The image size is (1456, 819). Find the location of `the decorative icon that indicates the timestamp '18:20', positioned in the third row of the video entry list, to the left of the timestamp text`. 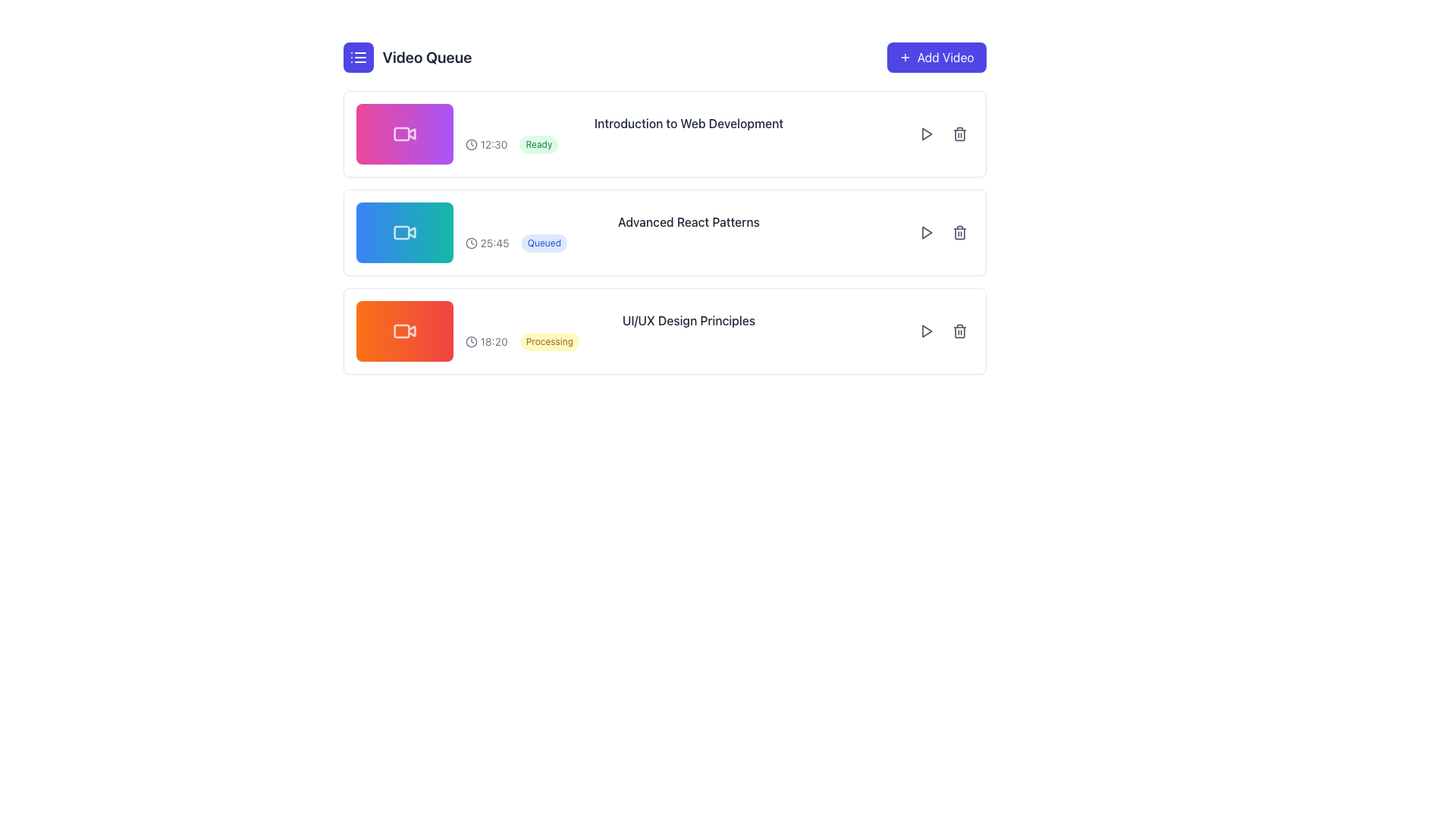

the decorative icon that indicates the timestamp '18:20', positioned in the third row of the video entry list, to the left of the timestamp text is located at coordinates (470, 342).